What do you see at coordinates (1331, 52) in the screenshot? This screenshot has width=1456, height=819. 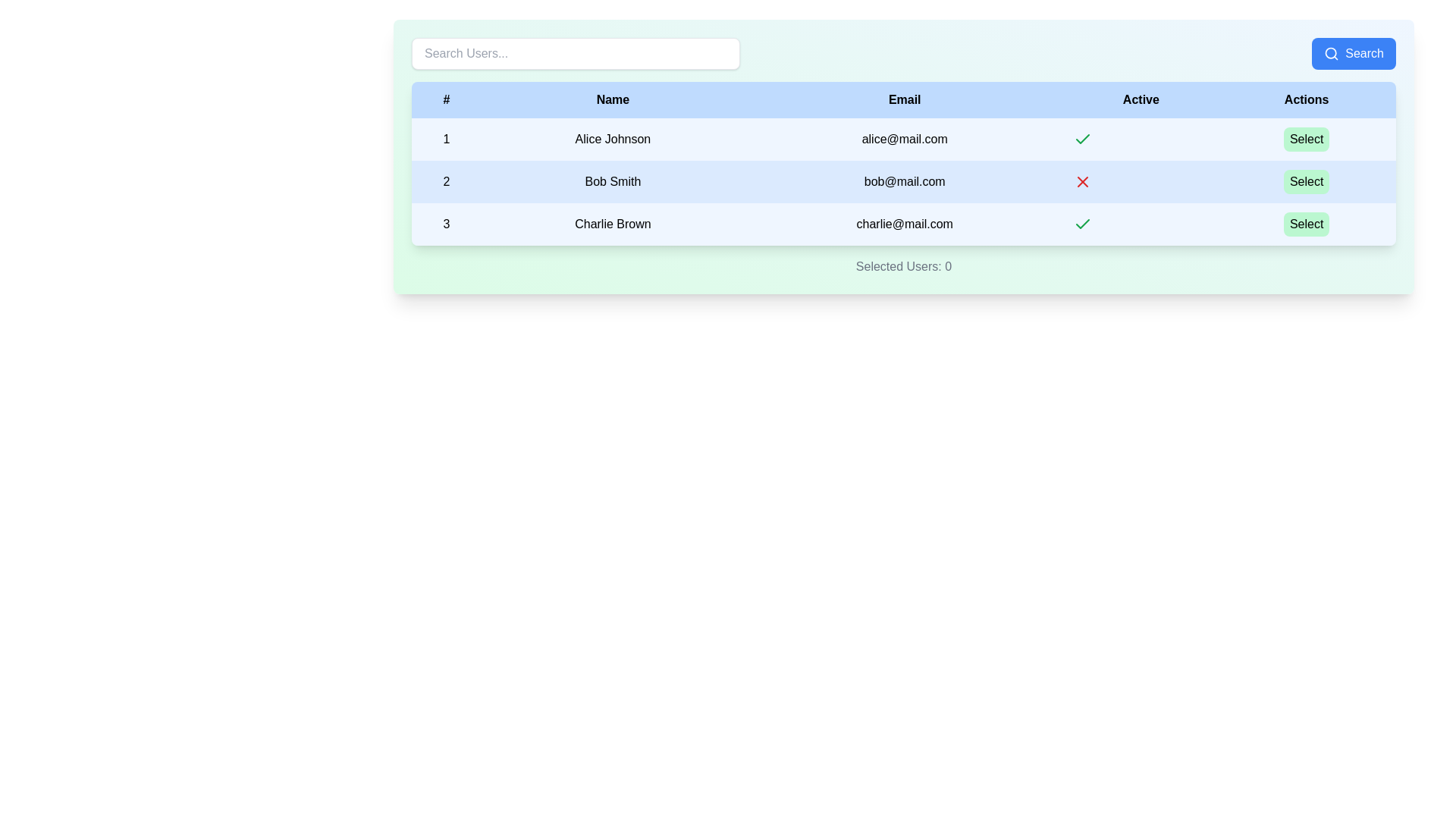 I see `the 'Search' button that contains the magnifying glass icon located at the top-right corner of the interface` at bounding box center [1331, 52].